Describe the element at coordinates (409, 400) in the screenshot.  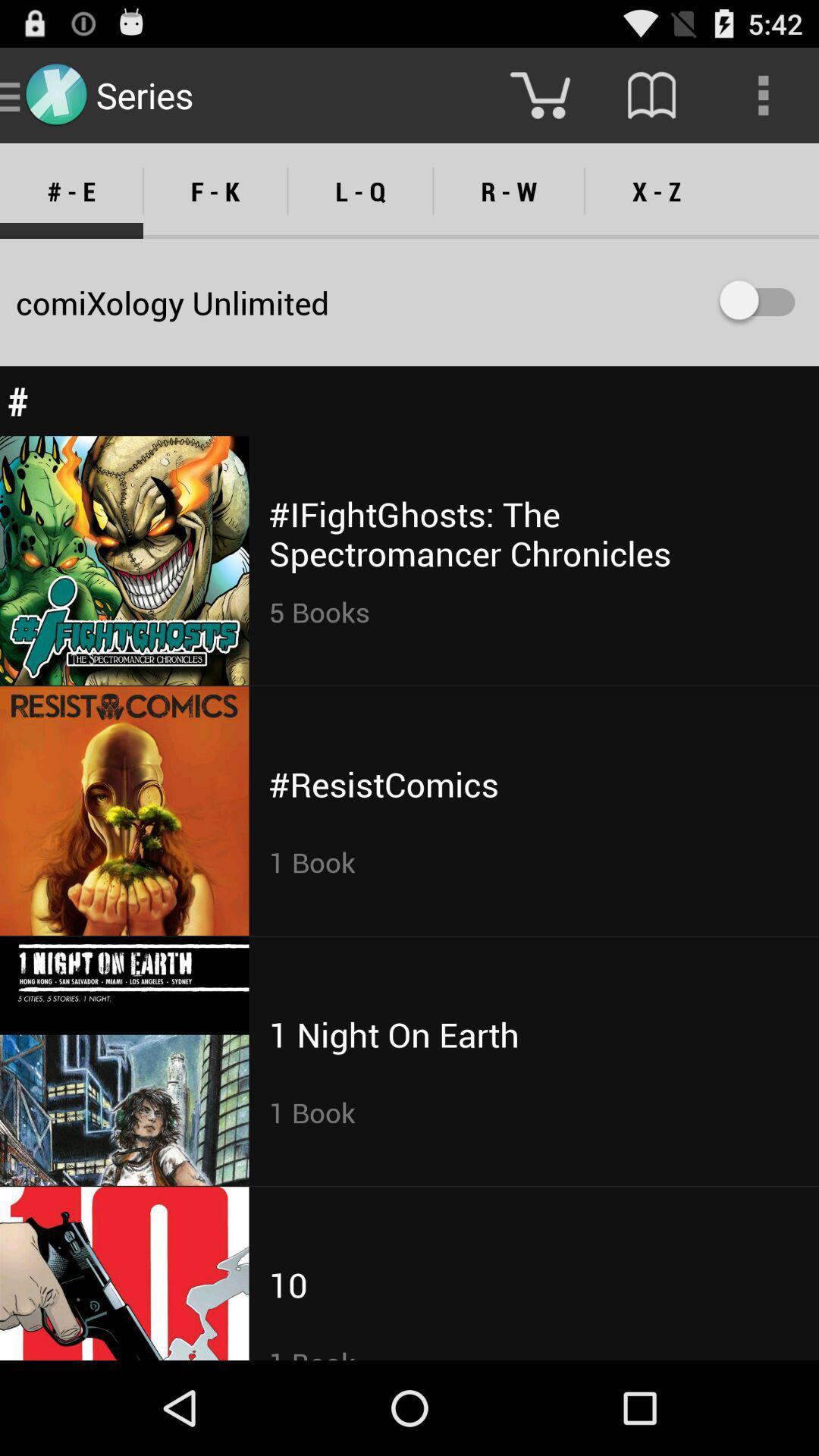
I see `# icon` at that location.